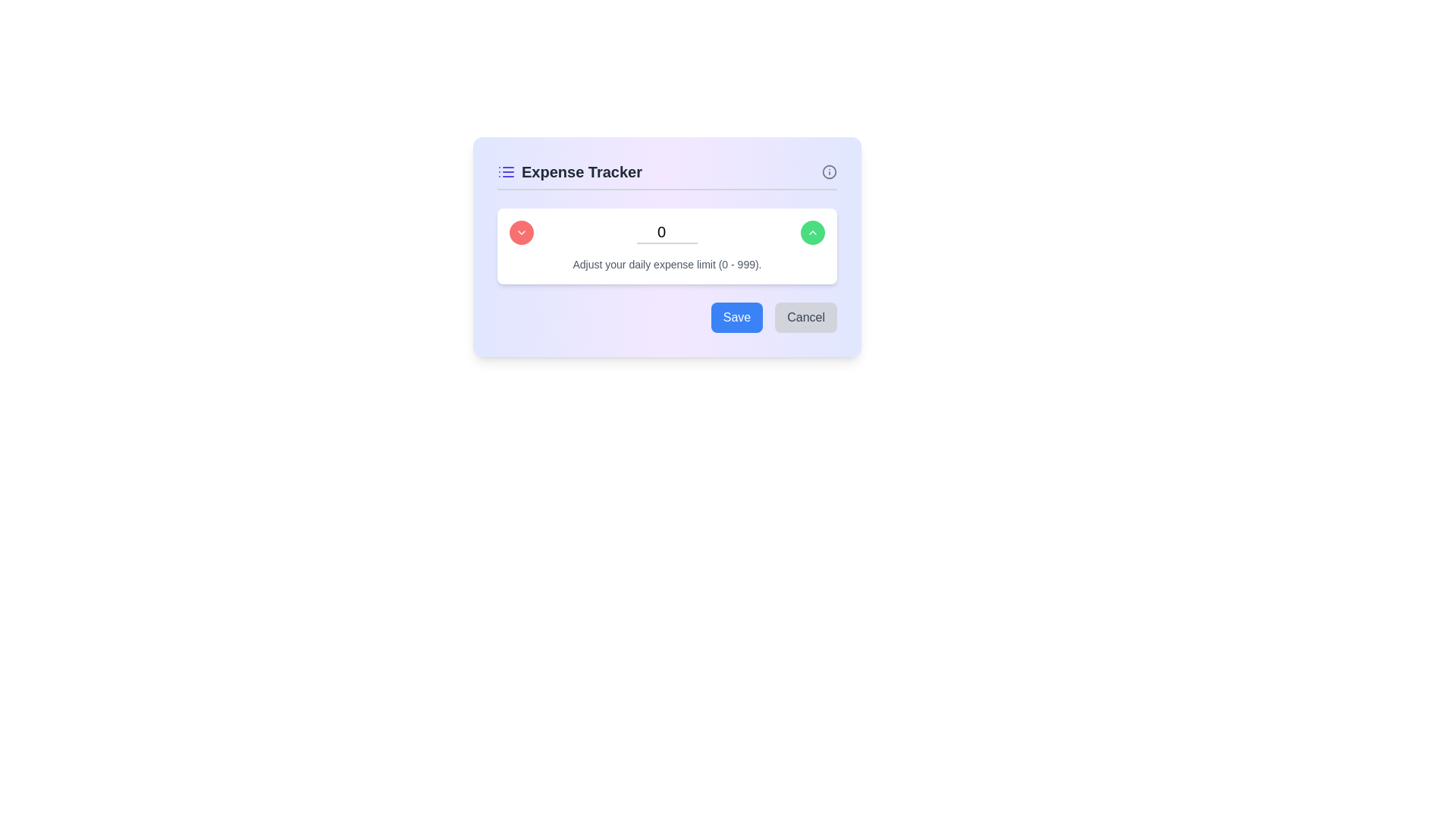  I want to click on the circular green button with a white upward-pointing chevron icon at its center to increment the value, so click(811, 233).